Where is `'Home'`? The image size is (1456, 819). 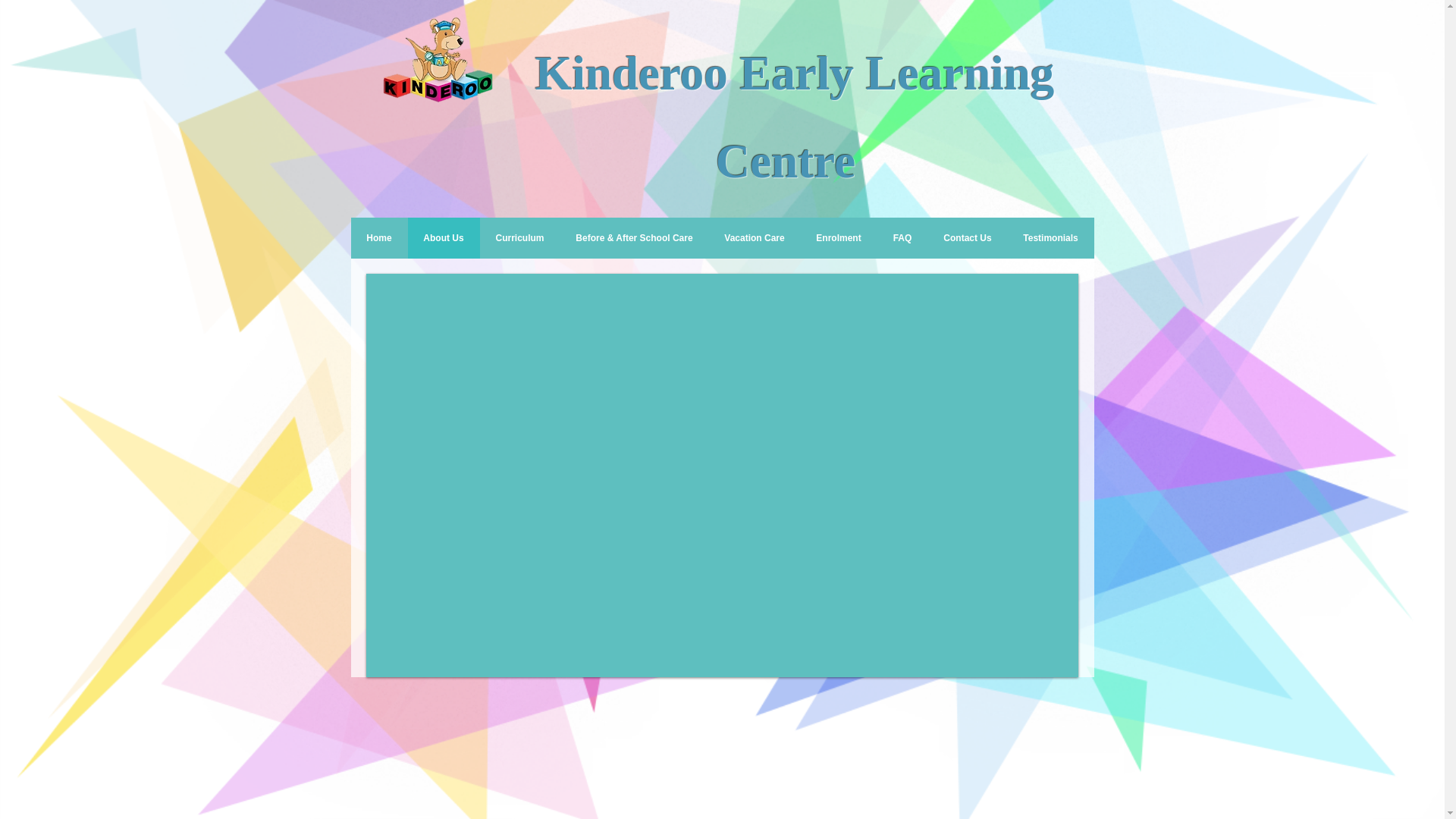 'Home' is located at coordinates (378, 237).